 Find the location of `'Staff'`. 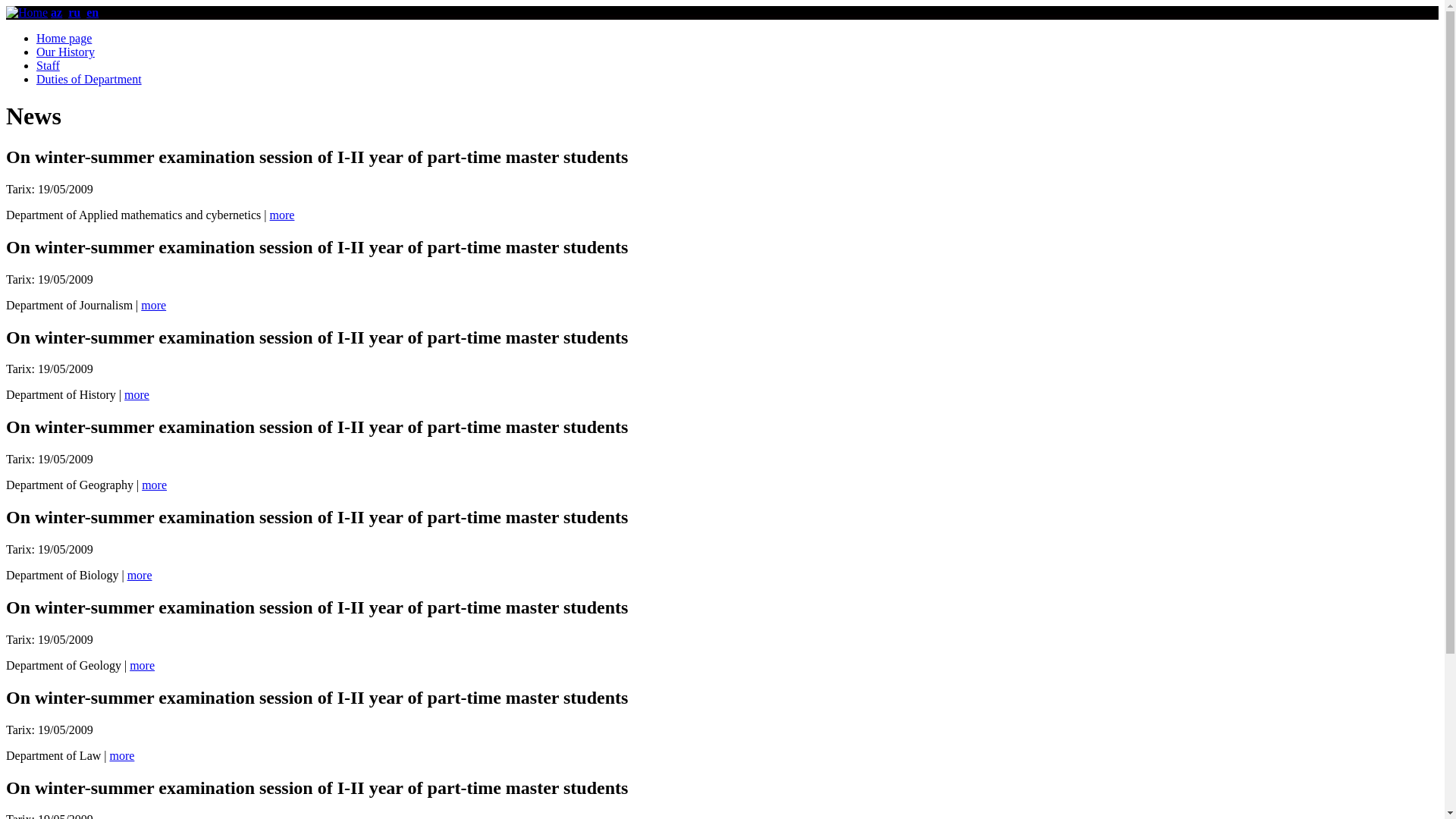

'Staff' is located at coordinates (48, 64).